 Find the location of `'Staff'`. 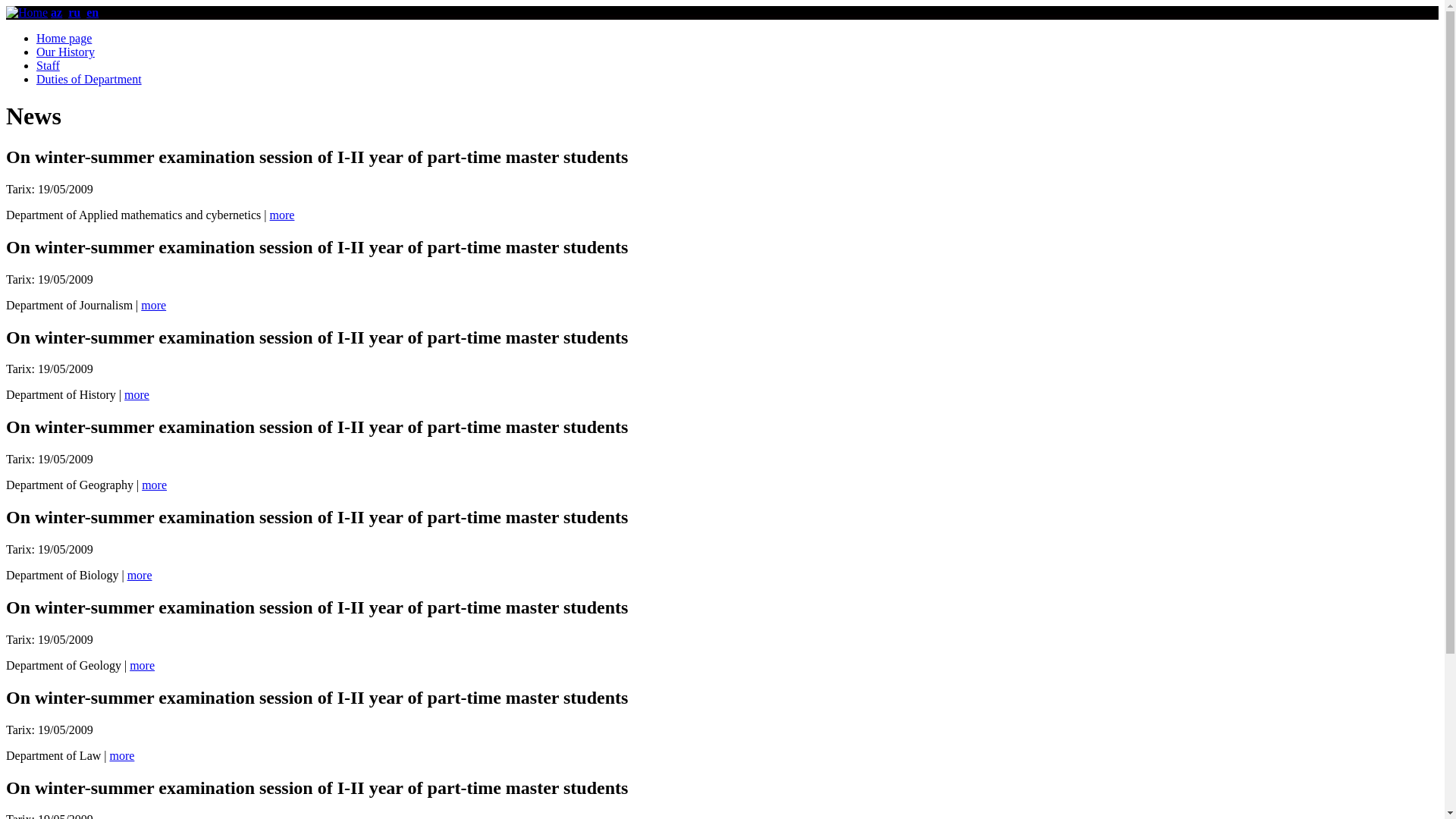

'Staff' is located at coordinates (48, 64).